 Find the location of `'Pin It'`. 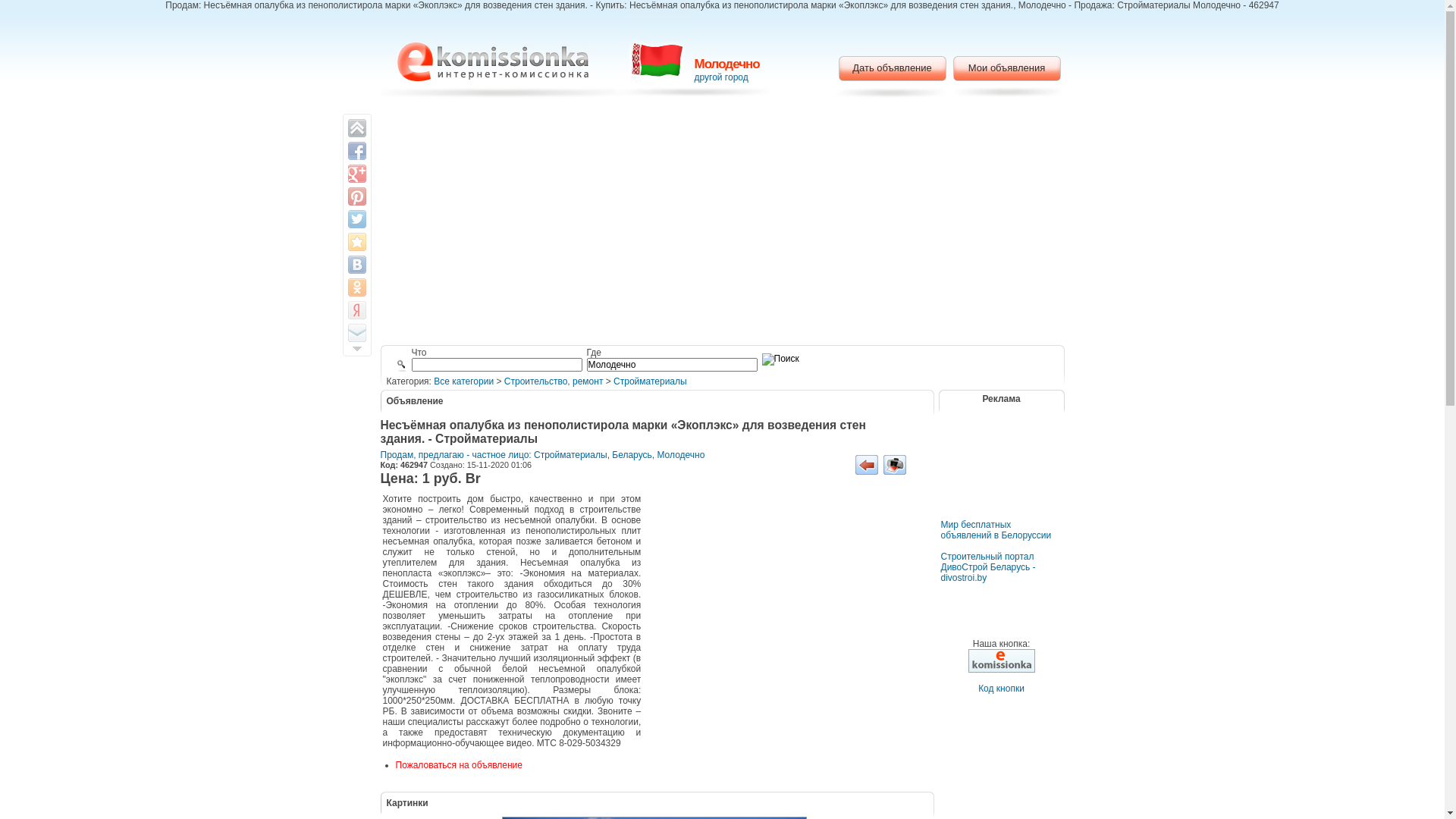

'Pin It' is located at coordinates (356, 195).